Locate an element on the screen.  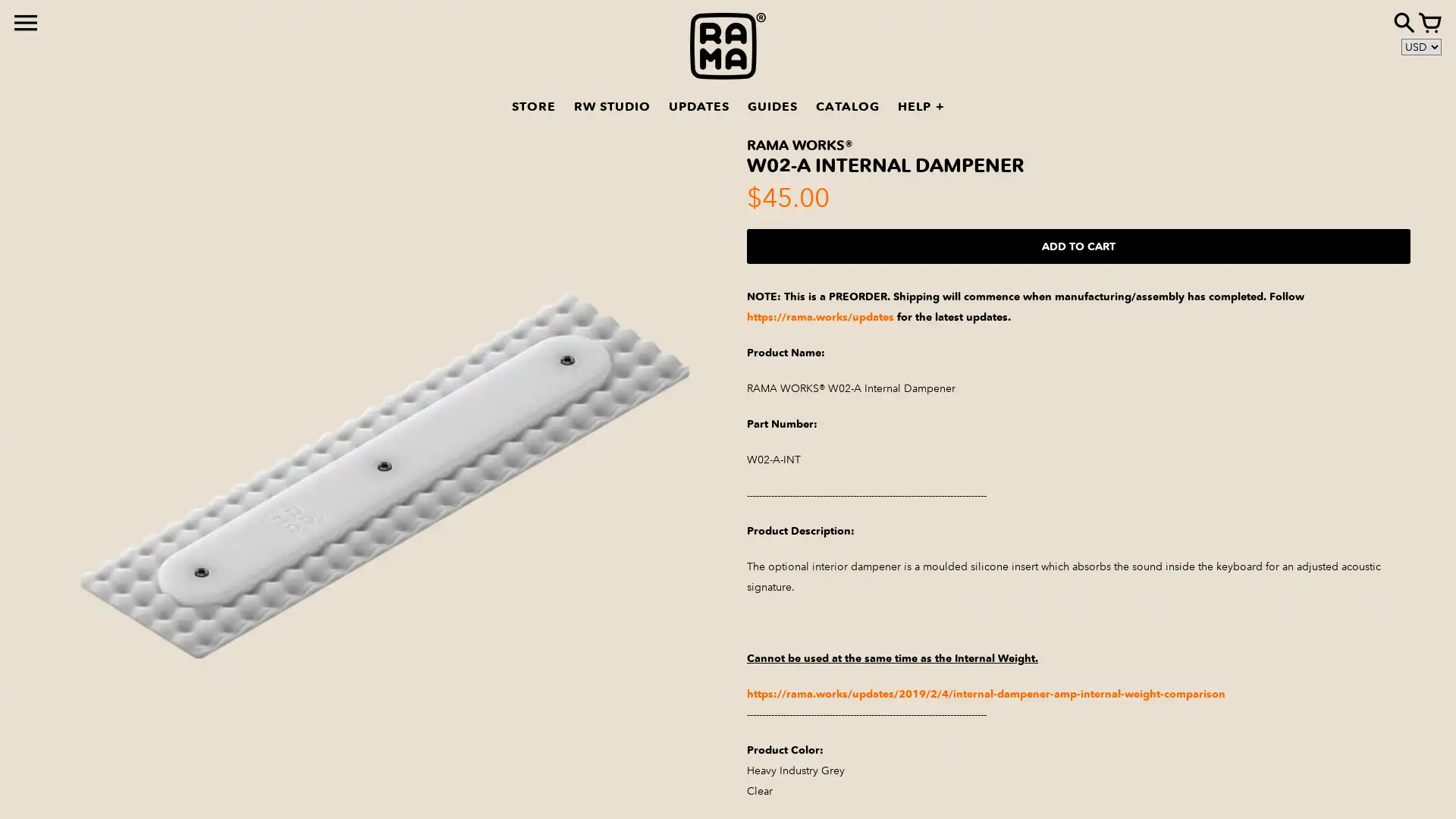
ADD TO CART is located at coordinates (1078, 245).